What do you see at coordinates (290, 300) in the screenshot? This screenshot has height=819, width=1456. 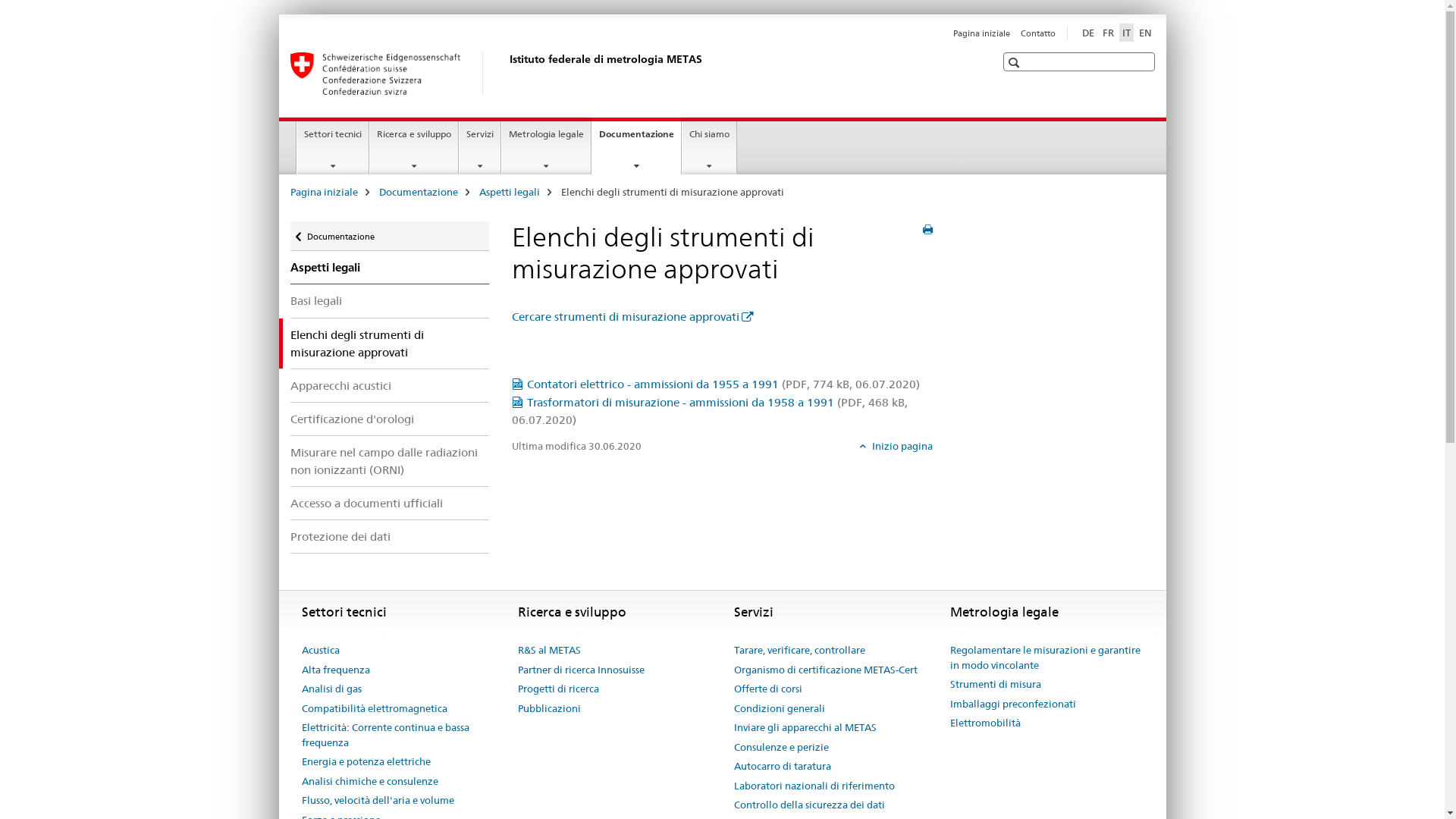 I see `'Basi legali'` at bounding box center [290, 300].